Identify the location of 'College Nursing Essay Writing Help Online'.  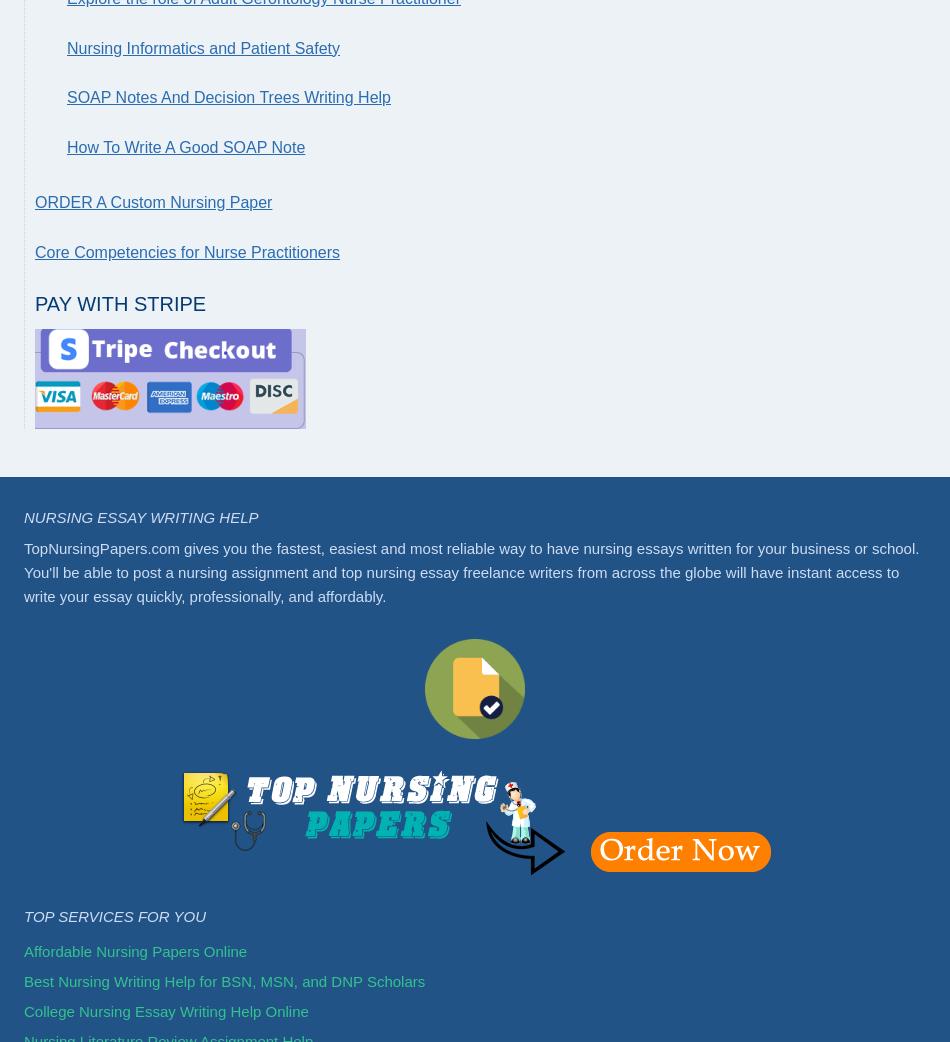
(165, 1010).